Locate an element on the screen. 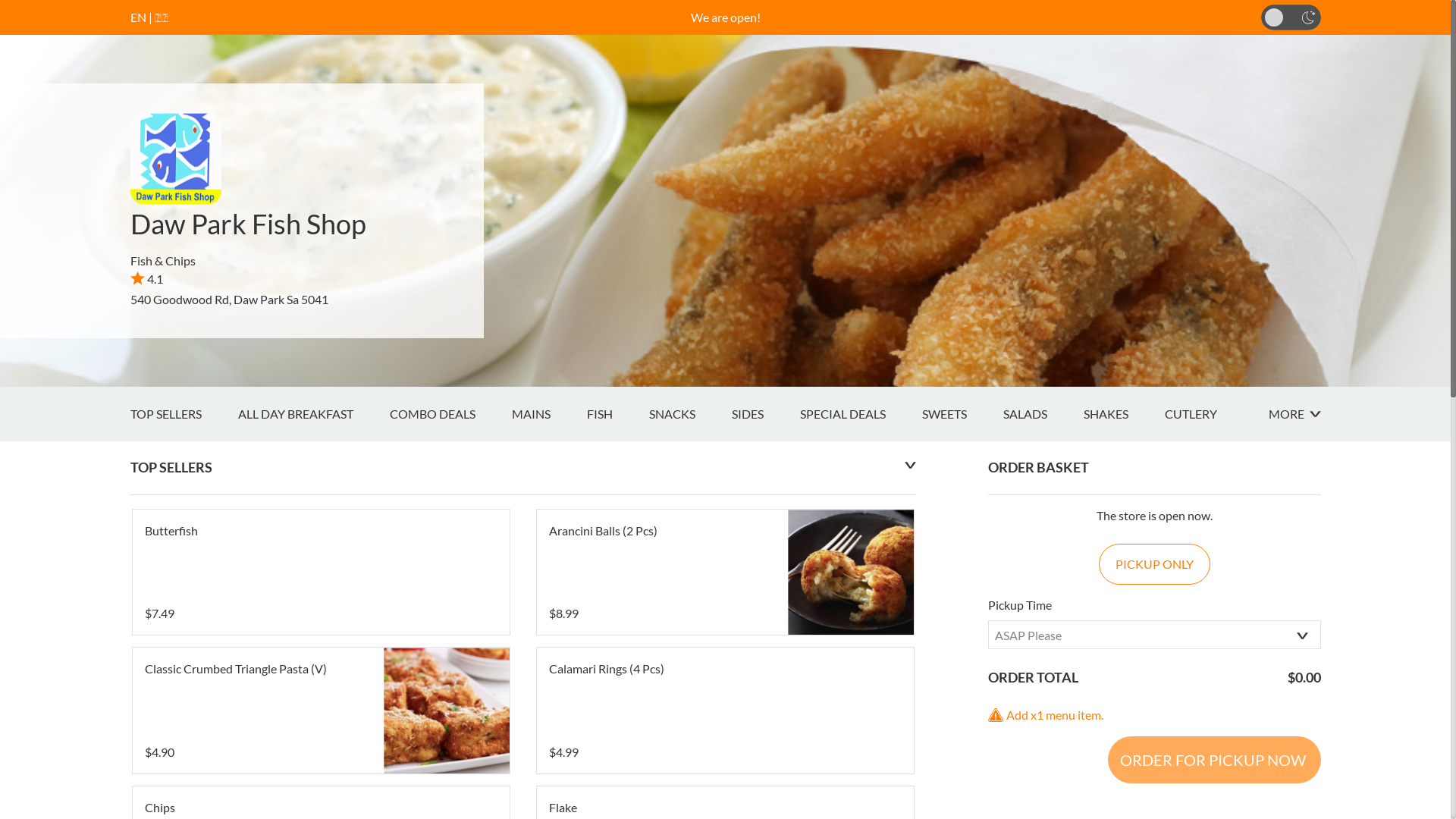 The image size is (1456, 819). 'Calamari Rings (4 Pcs) is located at coordinates (724, 711).